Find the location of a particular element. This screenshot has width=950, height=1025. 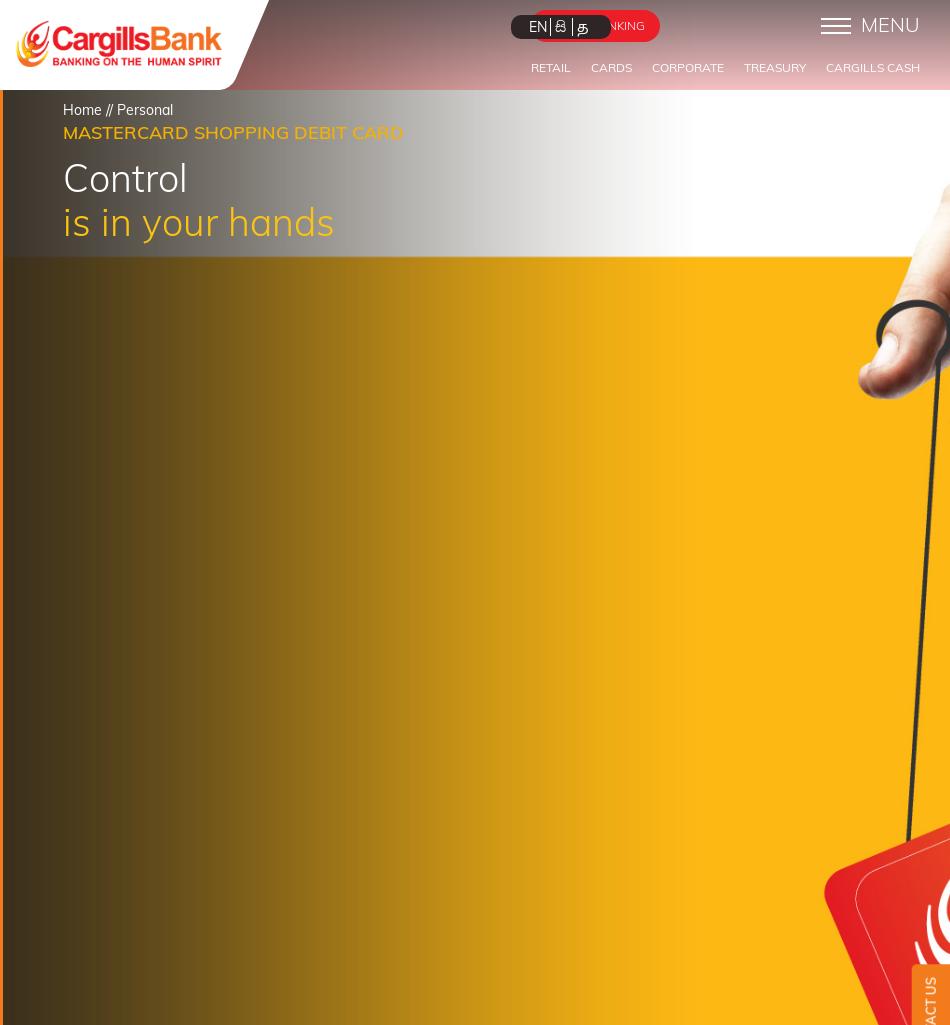

'is in your hands' is located at coordinates (199, 220).